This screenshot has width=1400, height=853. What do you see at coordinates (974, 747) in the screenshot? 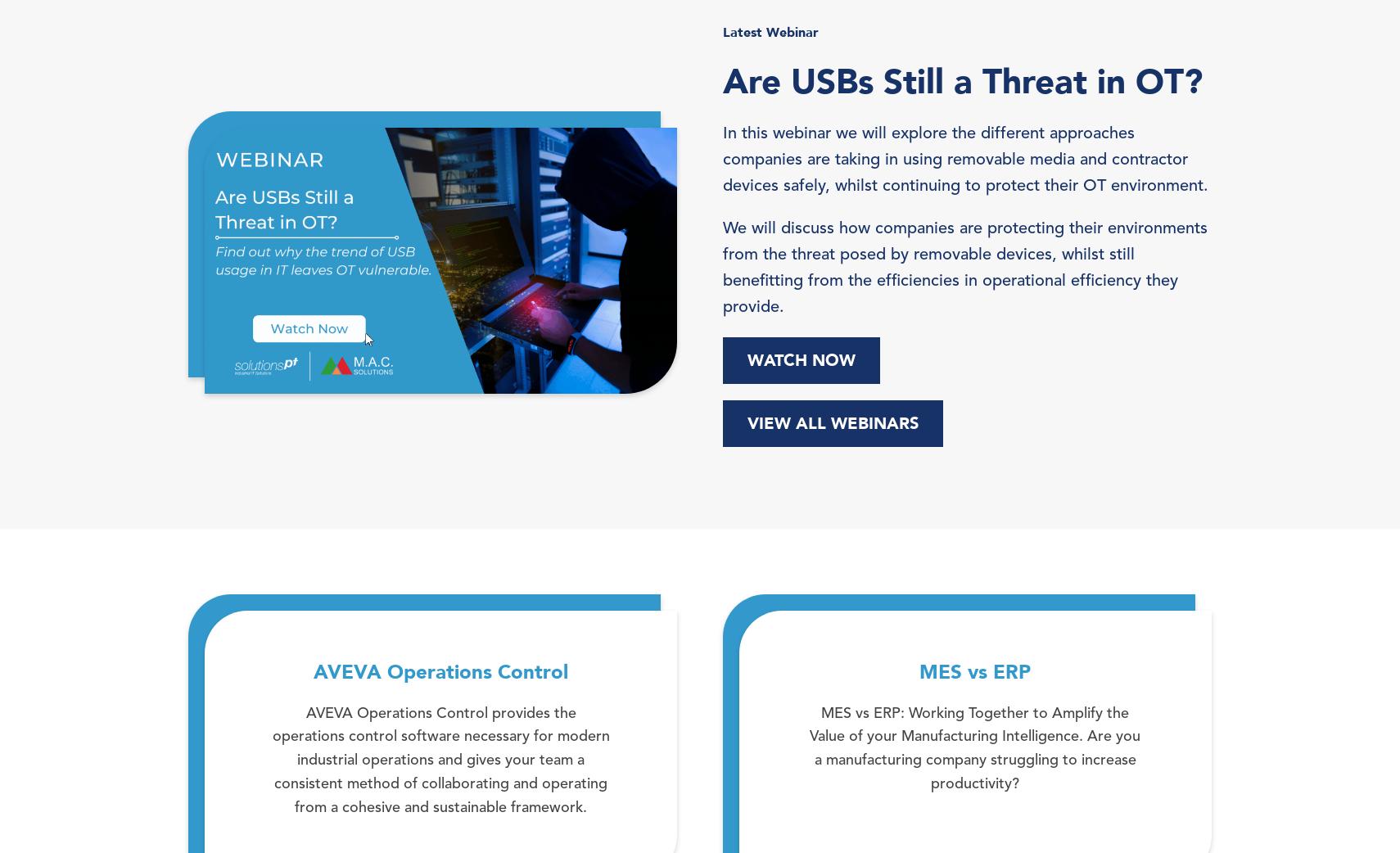
I see `'MES vs ERP: Working Together to Amplify the Value of your Manufacturing Intelligence. Are you a manufacturing company struggling to increase productivity?'` at bounding box center [974, 747].